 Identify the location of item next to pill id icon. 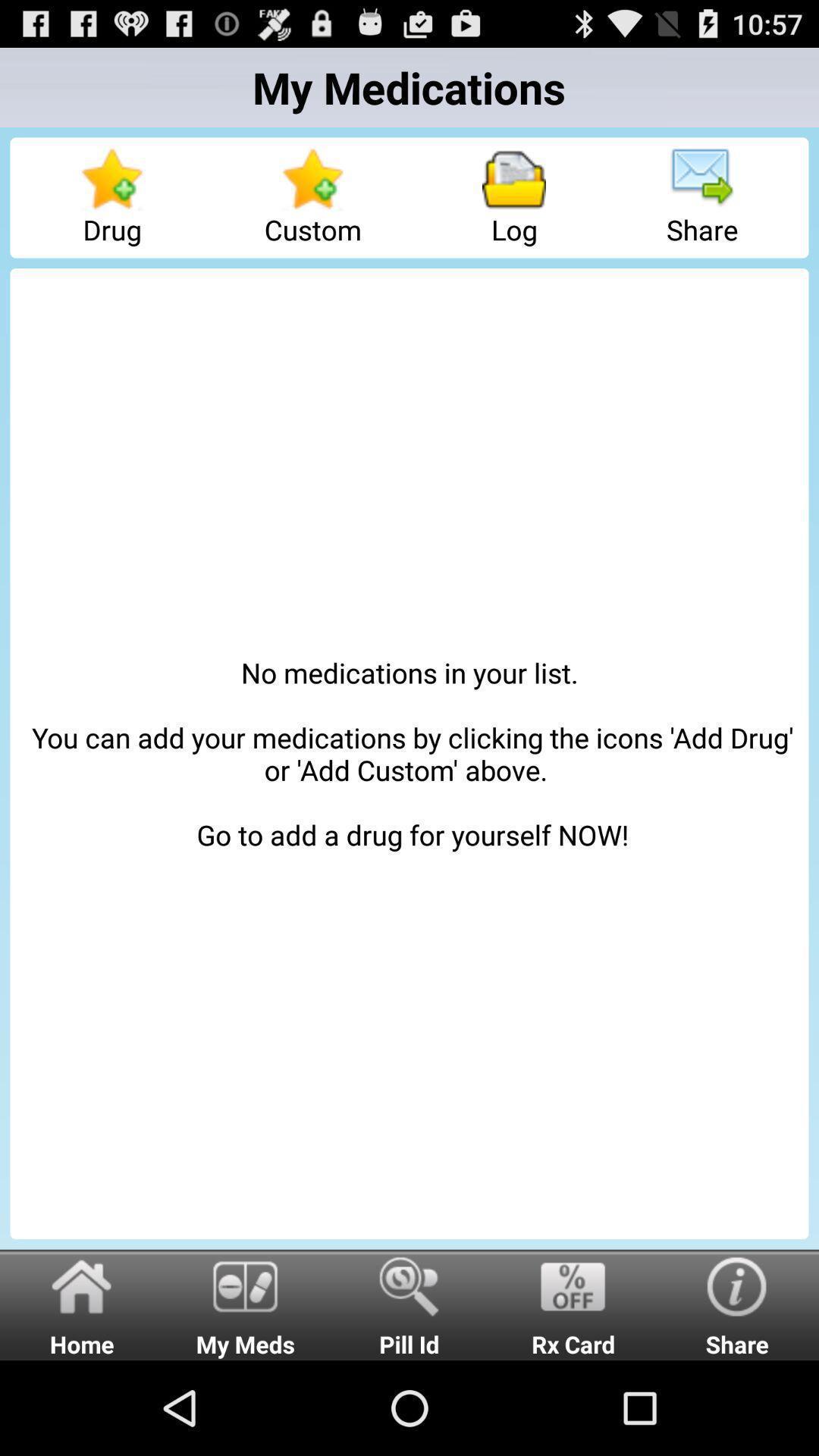
(573, 1304).